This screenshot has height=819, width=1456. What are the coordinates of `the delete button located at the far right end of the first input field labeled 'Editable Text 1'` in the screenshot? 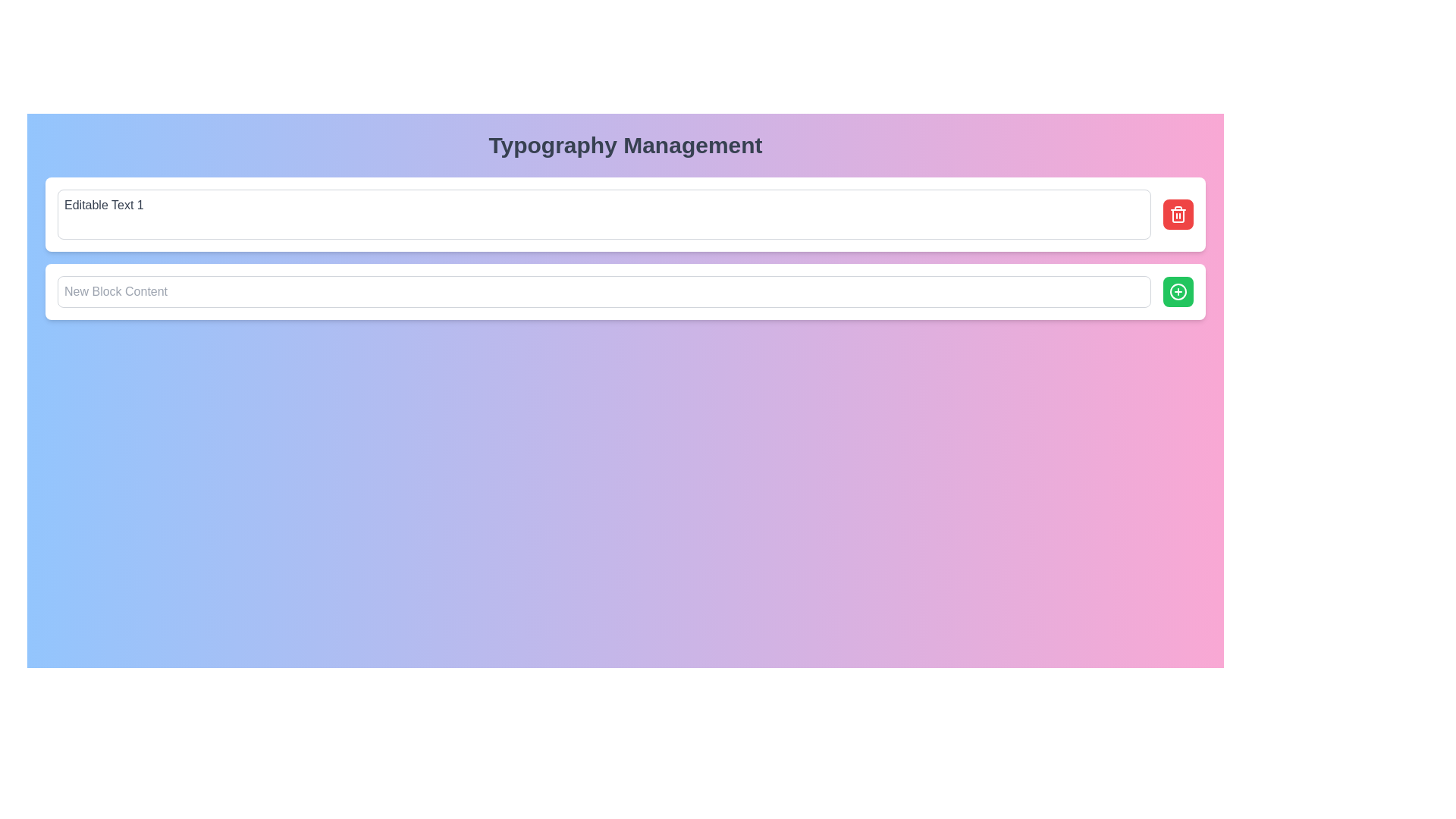 It's located at (1178, 214).